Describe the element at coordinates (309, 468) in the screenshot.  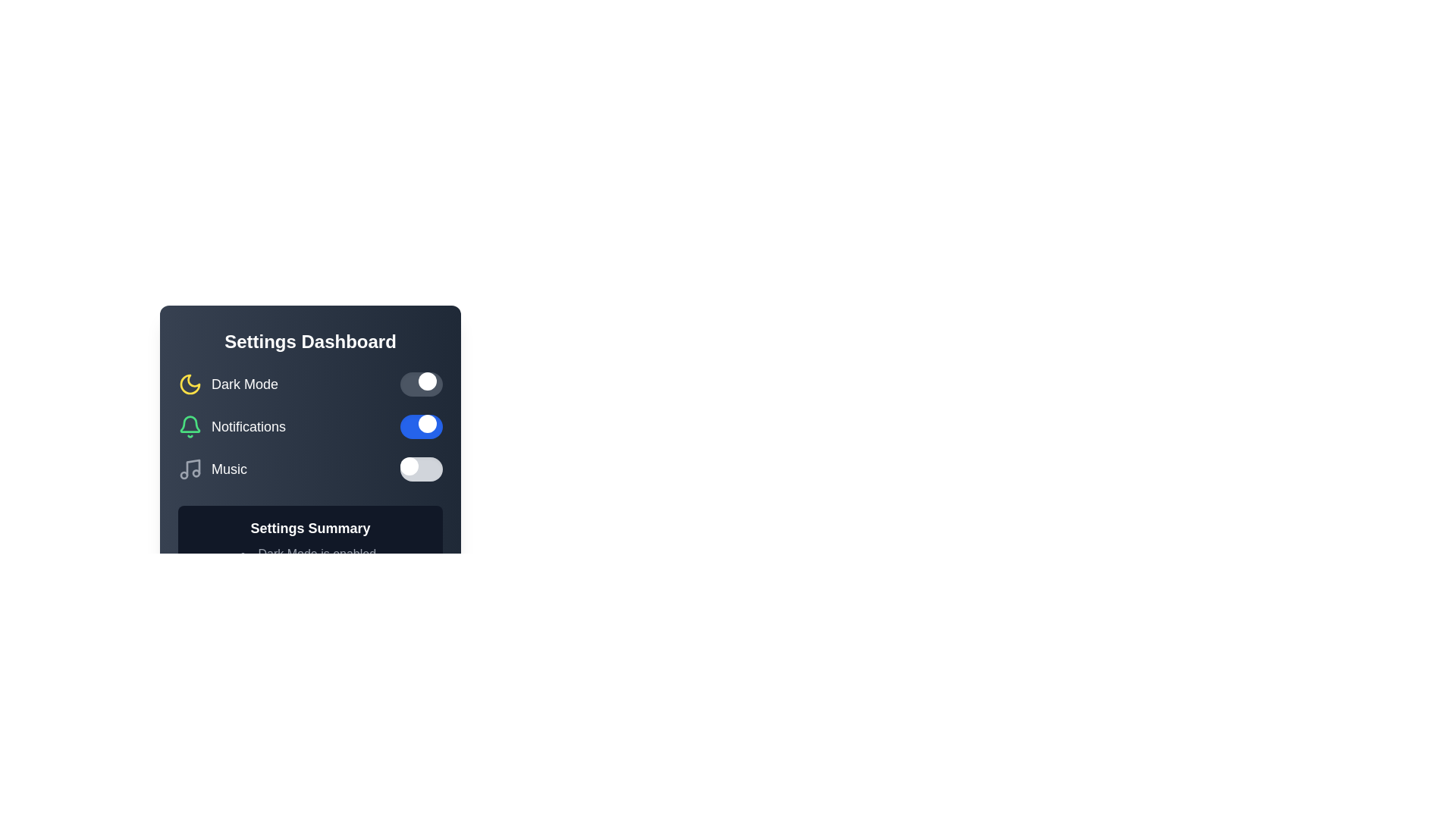
I see `the 'Music' labeled toggle switch to change its state` at that location.